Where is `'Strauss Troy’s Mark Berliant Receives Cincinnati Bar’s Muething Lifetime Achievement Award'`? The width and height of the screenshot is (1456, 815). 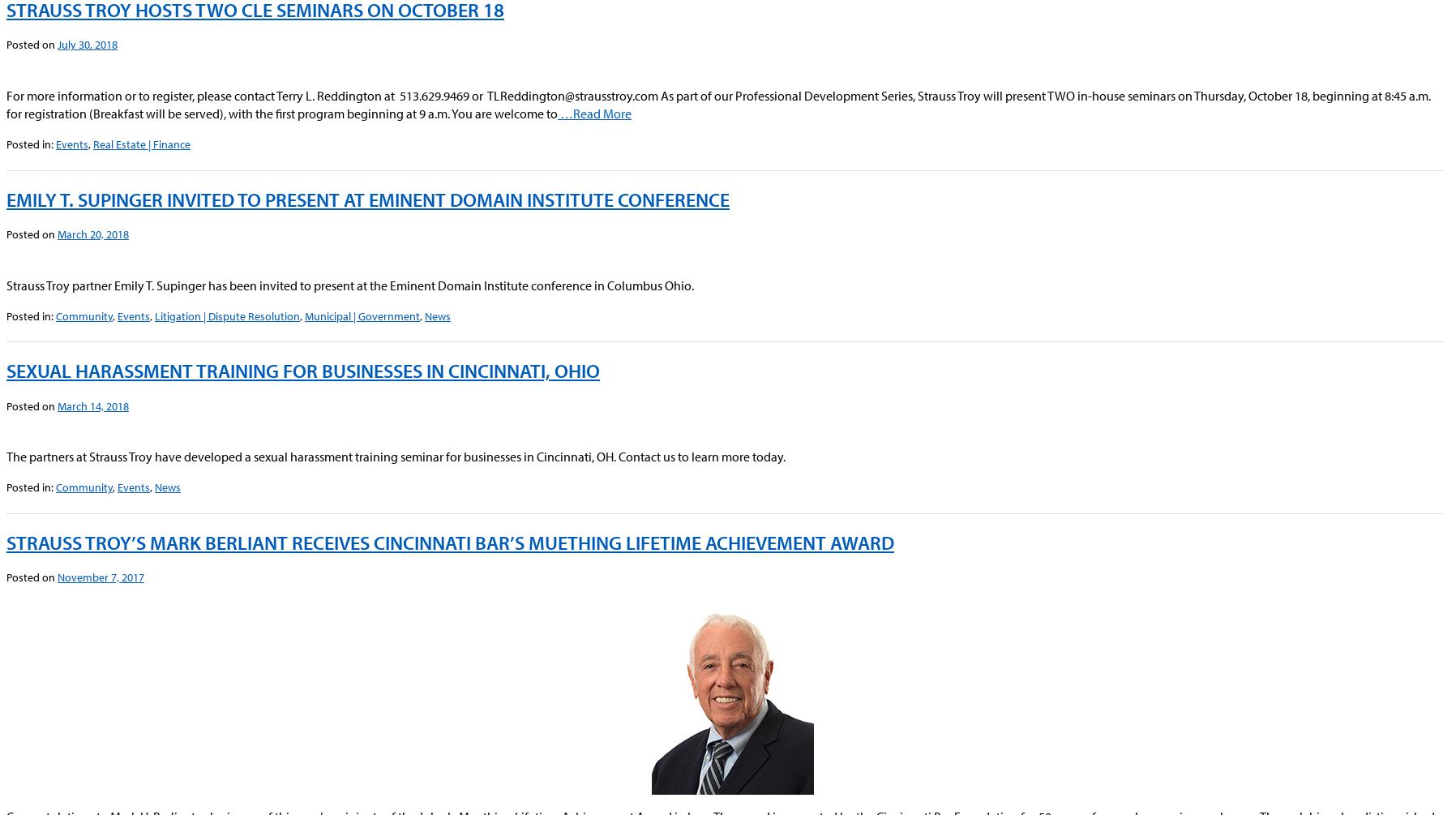
'Strauss Troy’s Mark Berliant Receives Cincinnati Bar’s Muething Lifetime Achievement Award' is located at coordinates (449, 541).